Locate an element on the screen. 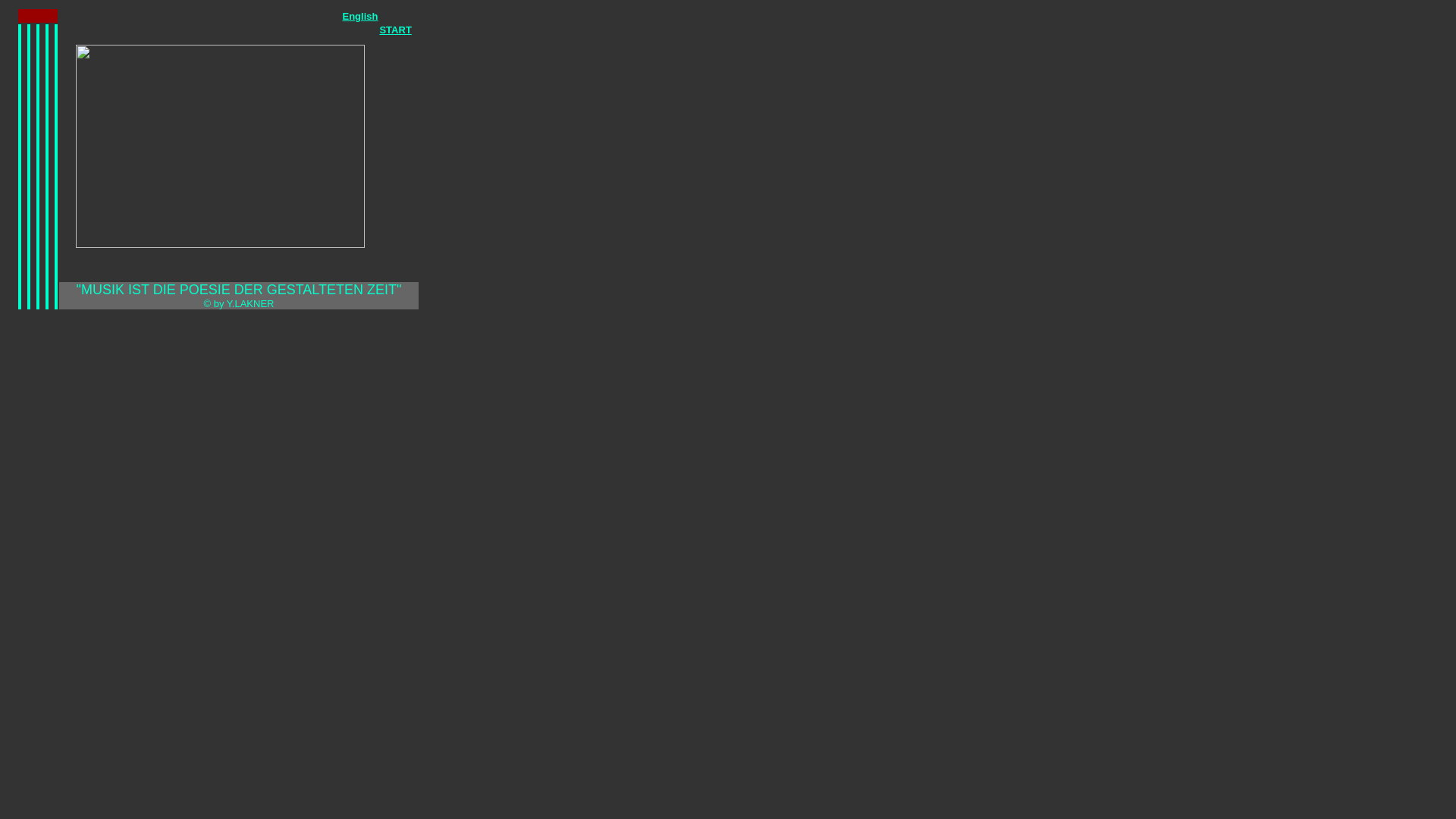 This screenshot has height=819, width=1456. 'English' is located at coordinates (359, 16).